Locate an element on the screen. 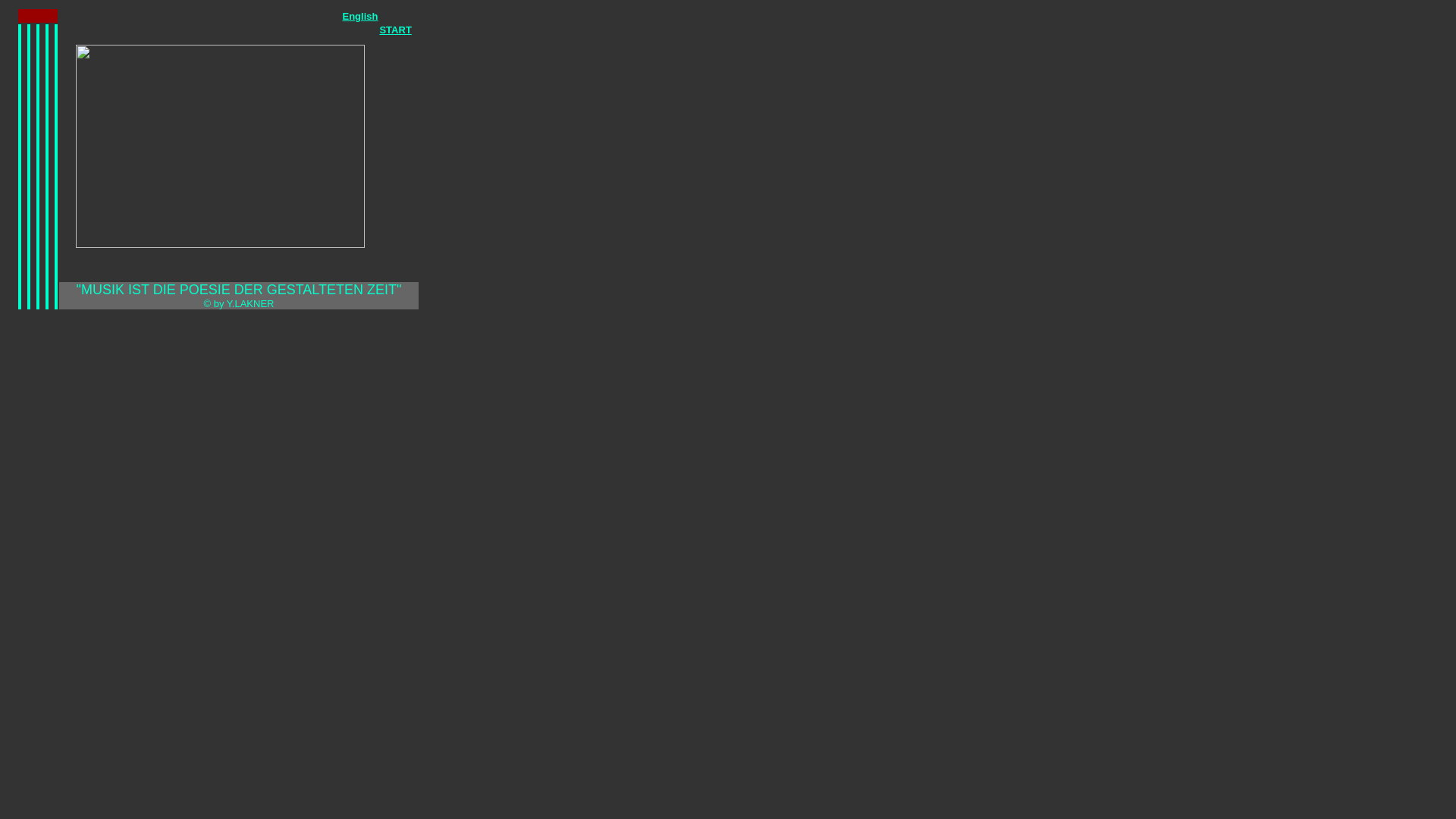 This screenshot has height=819, width=1456. 'English' is located at coordinates (359, 16).